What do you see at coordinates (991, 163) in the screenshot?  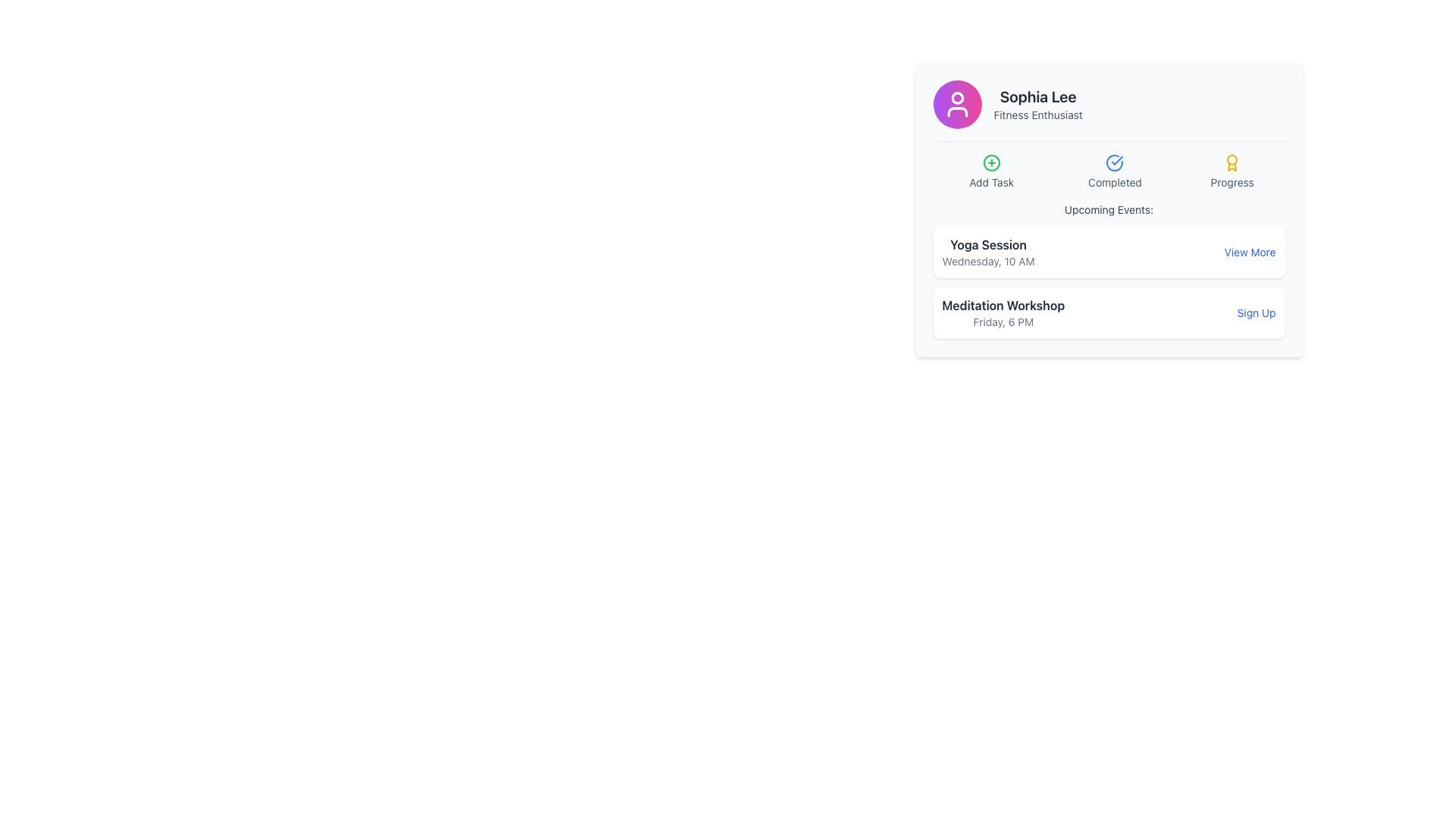 I see `the 'Add Task' icon, which is the leftmost icon at the top of the card interface, to initiate the addition of a new task` at bounding box center [991, 163].